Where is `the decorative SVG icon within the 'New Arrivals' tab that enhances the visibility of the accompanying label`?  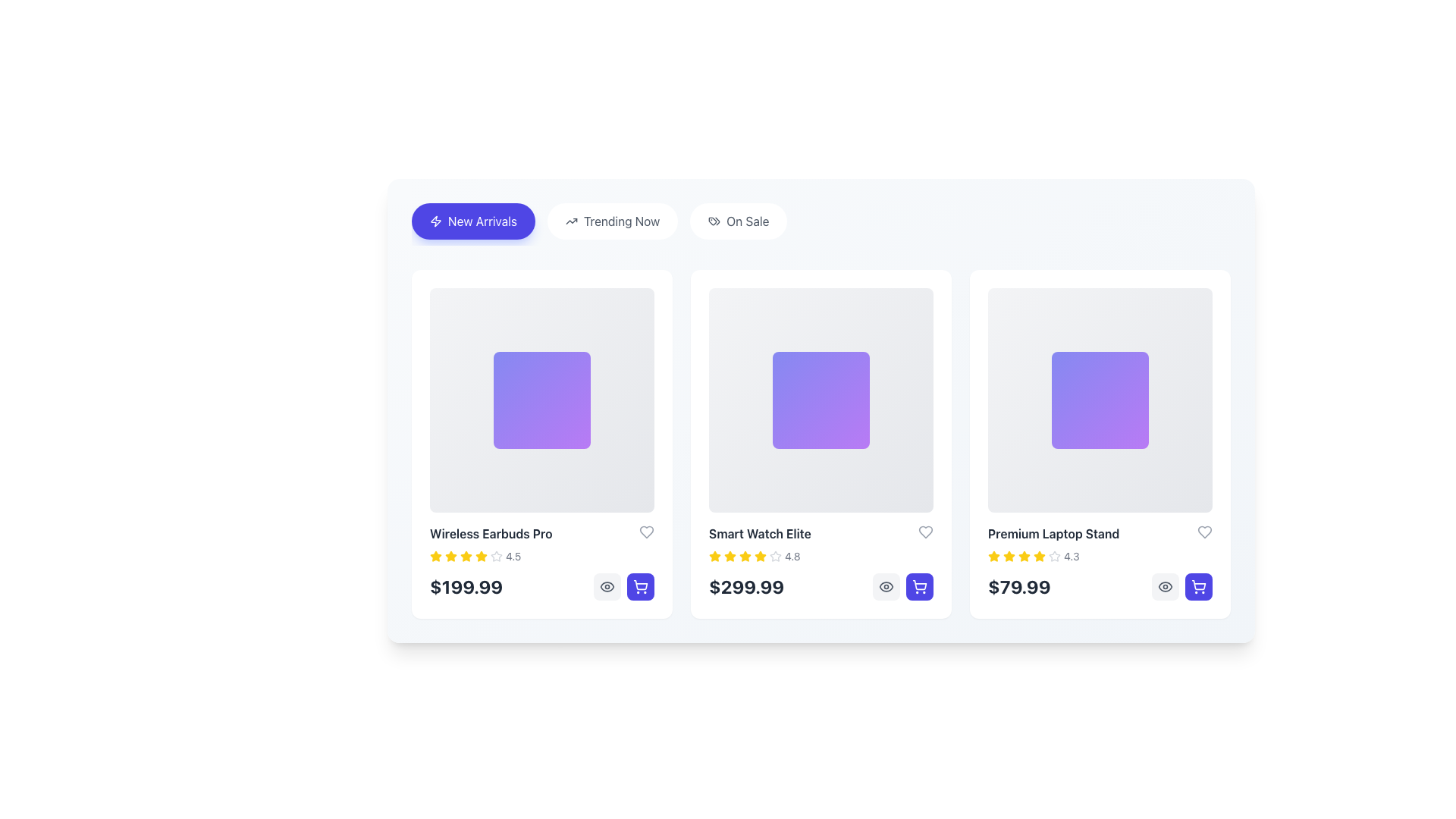 the decorative SVG icon within the 'New Arrivals' tab that enhances the visibility of the accompanying label is located at coordinates (435, 221).